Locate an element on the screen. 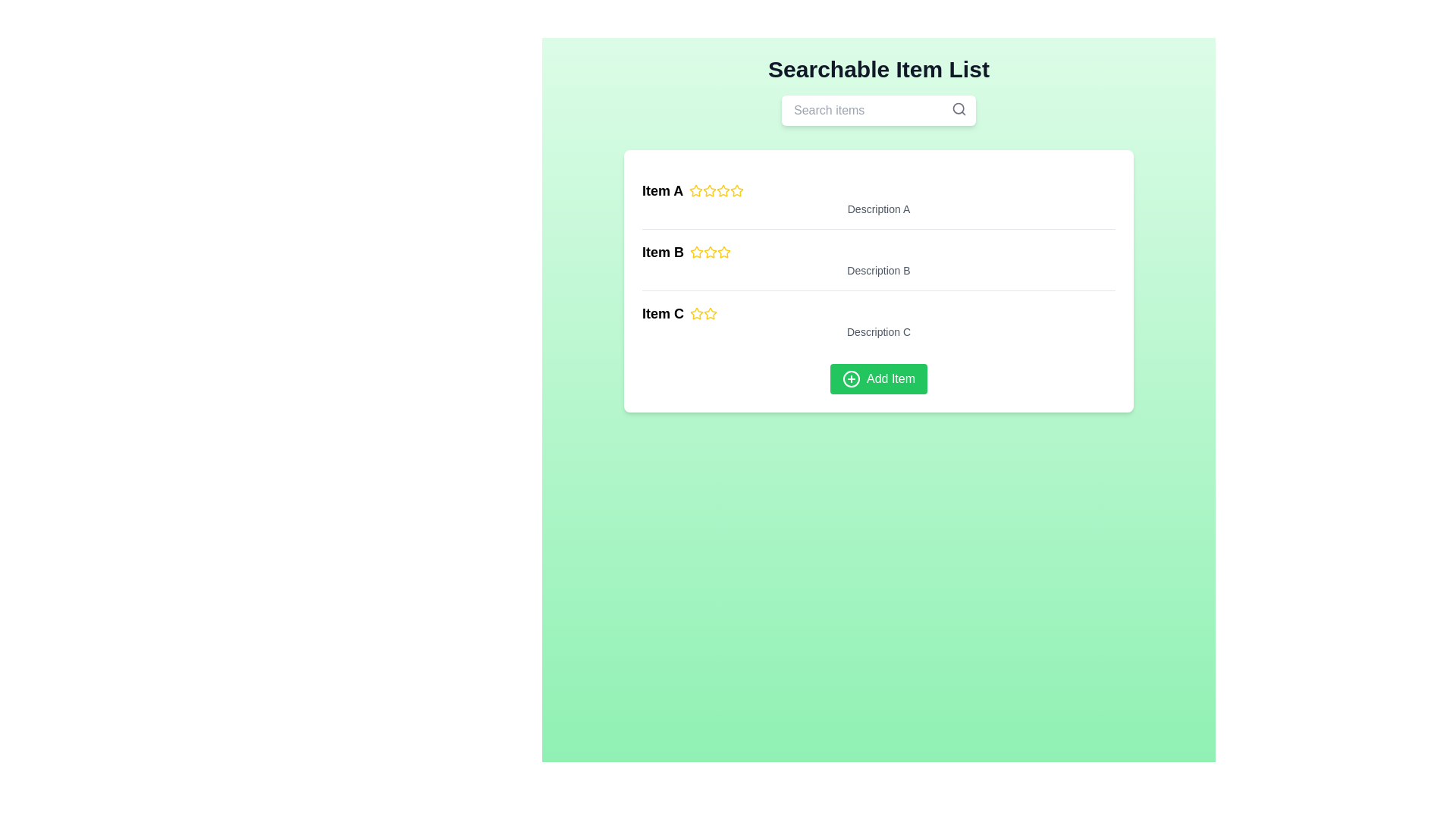 The height and width of the screenshot is (819, 1456). the search icon represented by a magnifying glass located at the top-right corner of the search input field is located at coordinates (959, 108).